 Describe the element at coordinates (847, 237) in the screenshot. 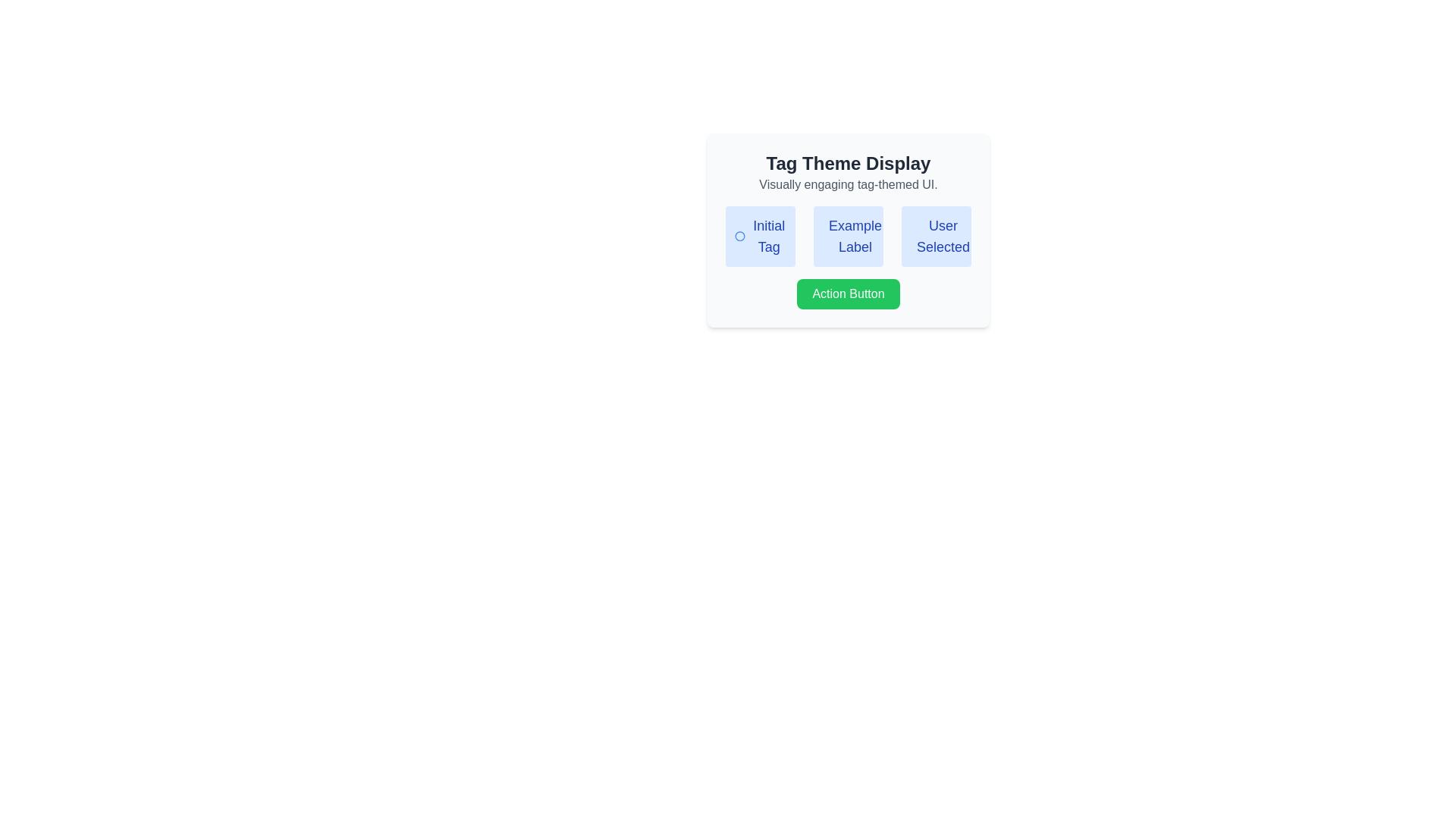

I see `the static label with the text 'Example Label' that has a light blue background and is styled in blue, positioned in the center of the interface above the green 'Action Button'` at that location.